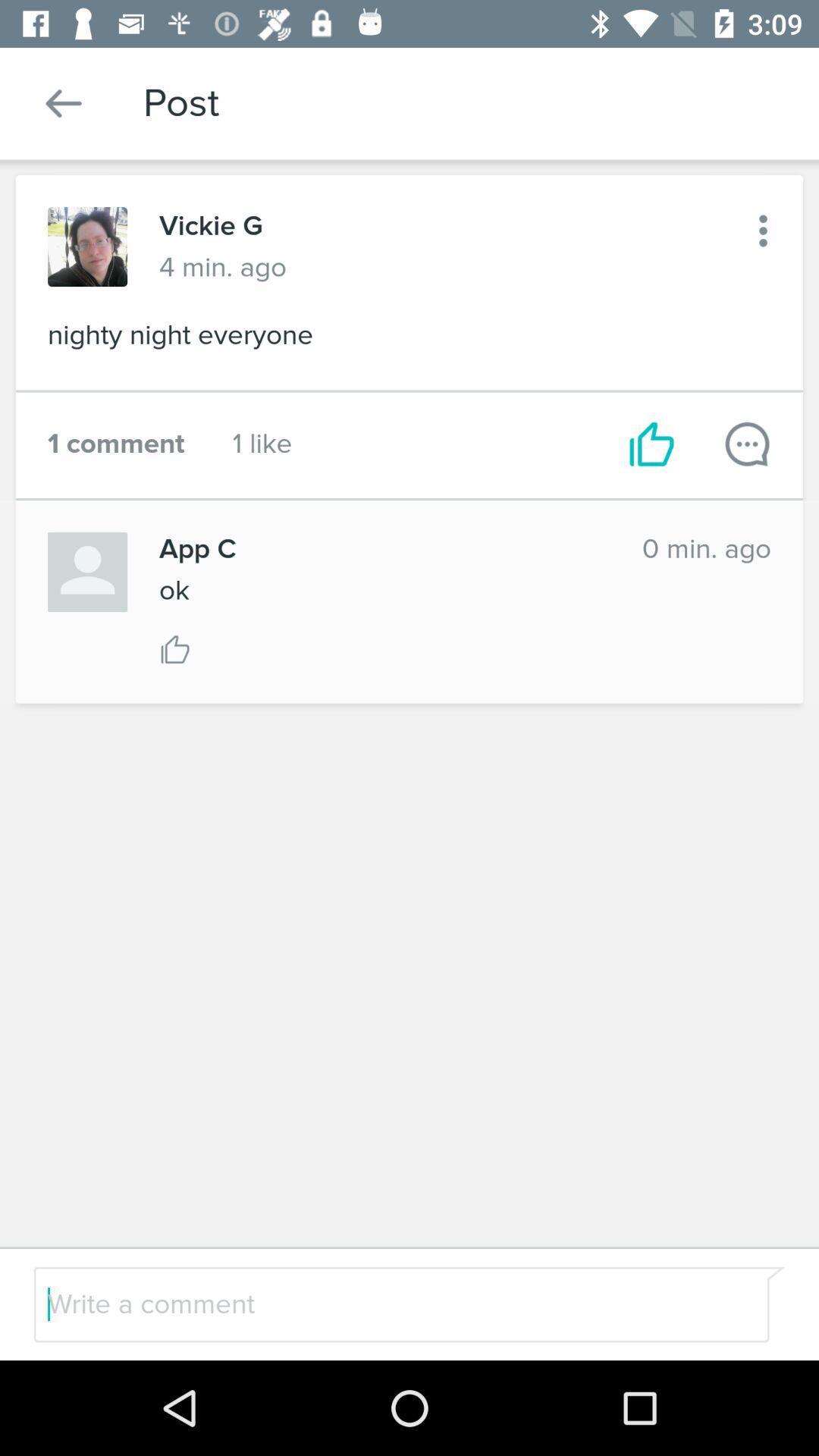  What do you see at coordinates (211, 225) in the screenshot?
I see `vickie g` at bounding box center [211, 225].